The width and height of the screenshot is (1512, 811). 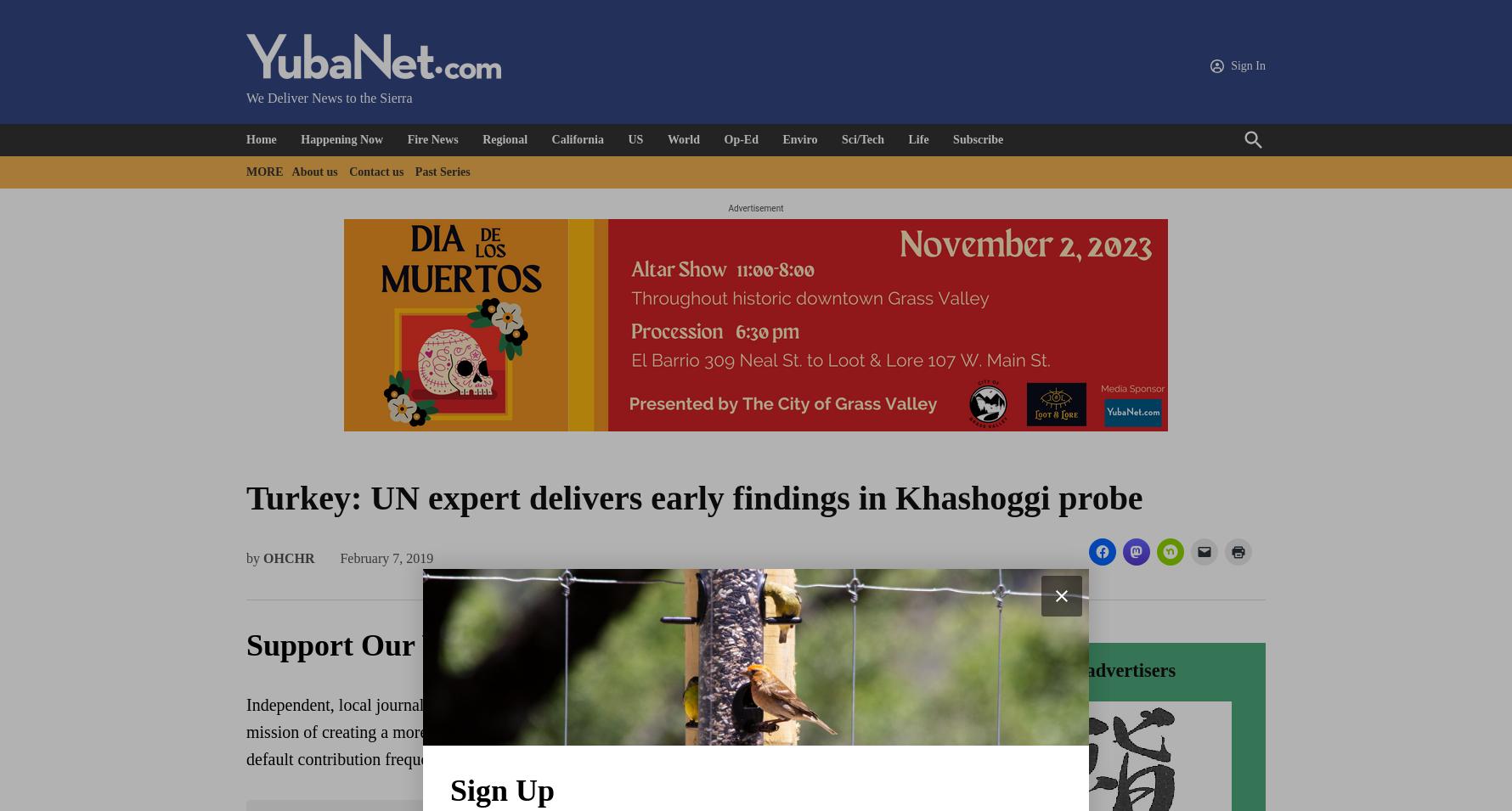 What do you see at coordinates (635, 139) in the screenshot?
I see `'US'` at bounding box center [635, 139].